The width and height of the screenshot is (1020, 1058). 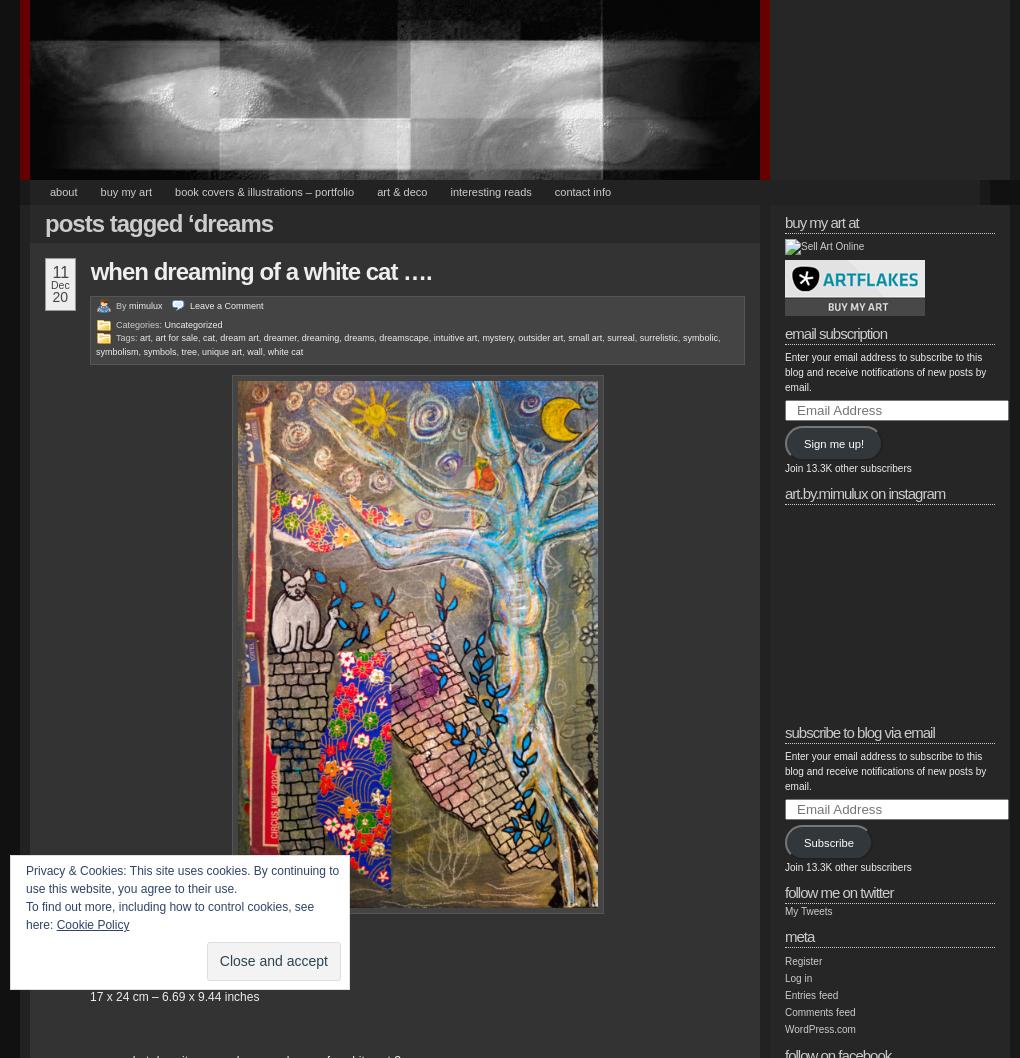 What do you see at coordinates (375, 192) in the screenshot?
I see `'Art & Deco'` at bounding box center [375, 192].